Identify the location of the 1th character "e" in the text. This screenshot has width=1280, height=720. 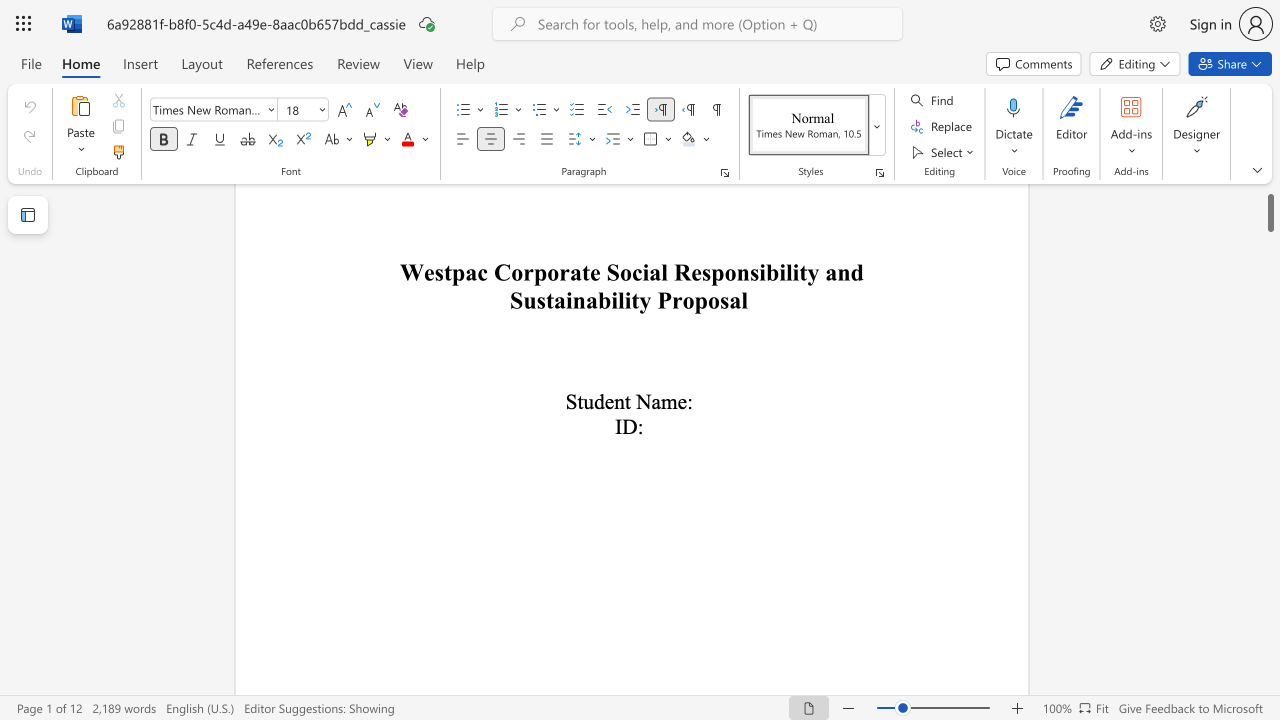
(608, 401).